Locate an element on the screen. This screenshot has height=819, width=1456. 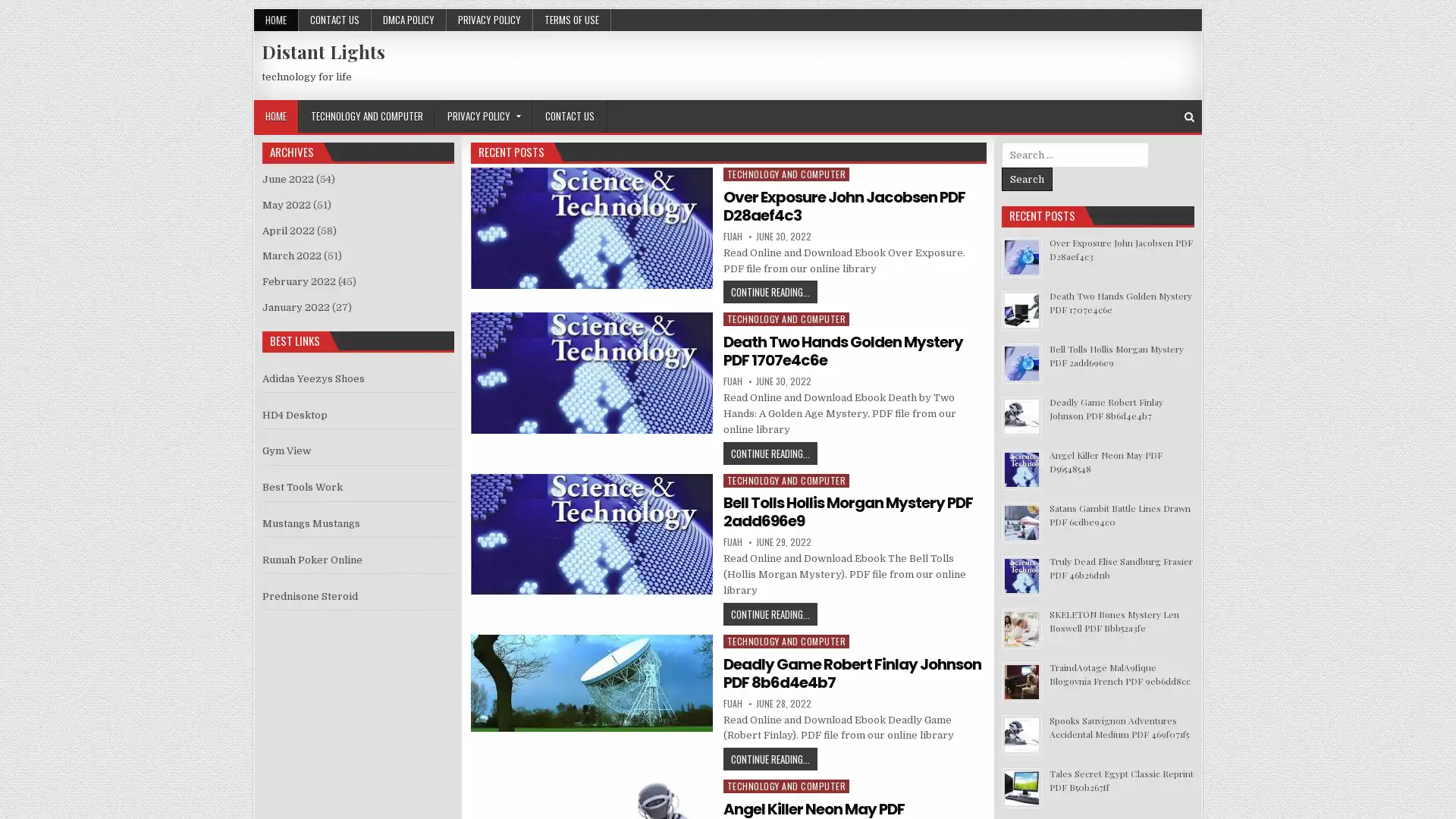
Search is located at coordinates (1027, 178).